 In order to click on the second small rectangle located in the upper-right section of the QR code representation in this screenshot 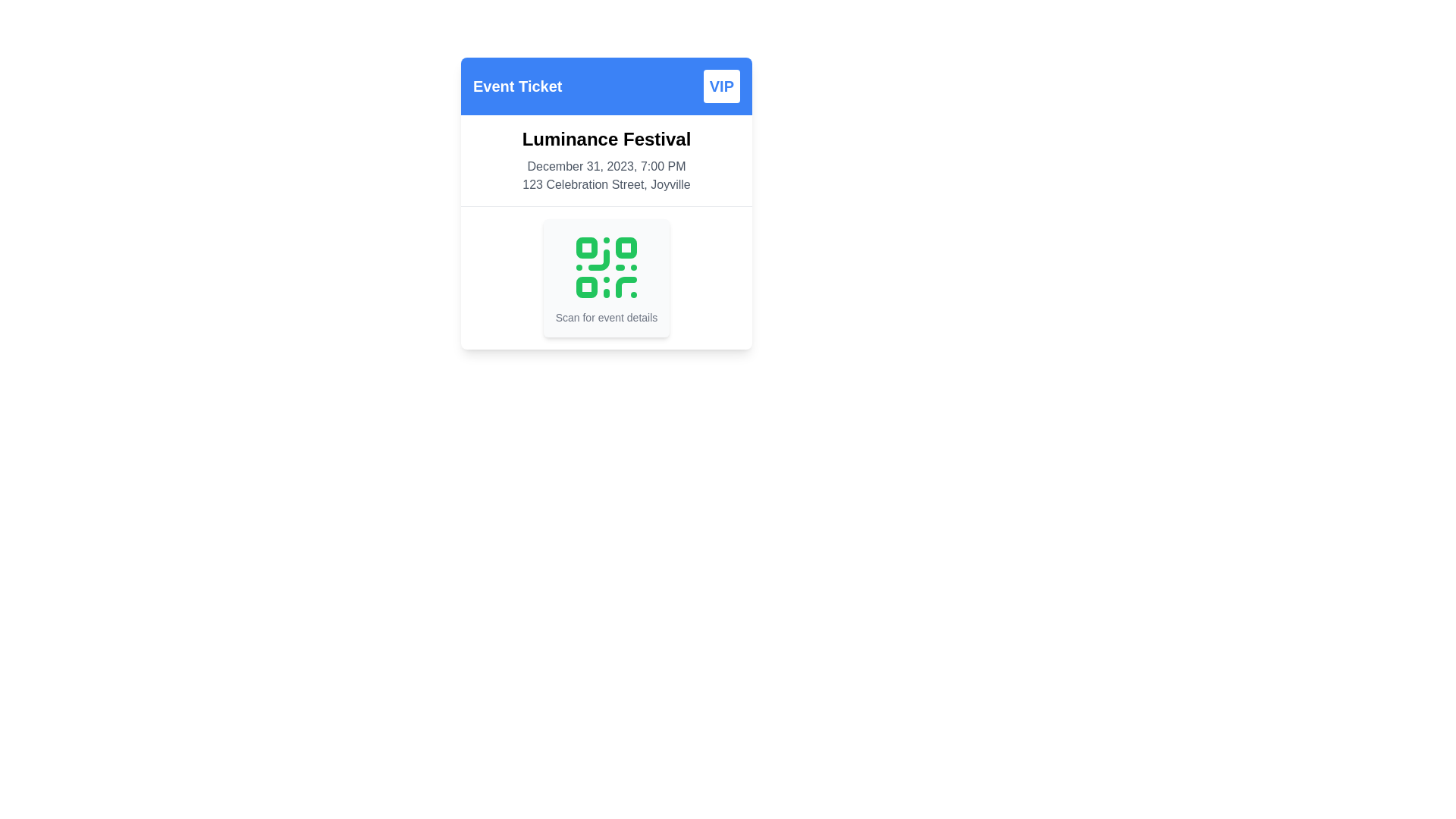, I will do `click(626, 247)`.